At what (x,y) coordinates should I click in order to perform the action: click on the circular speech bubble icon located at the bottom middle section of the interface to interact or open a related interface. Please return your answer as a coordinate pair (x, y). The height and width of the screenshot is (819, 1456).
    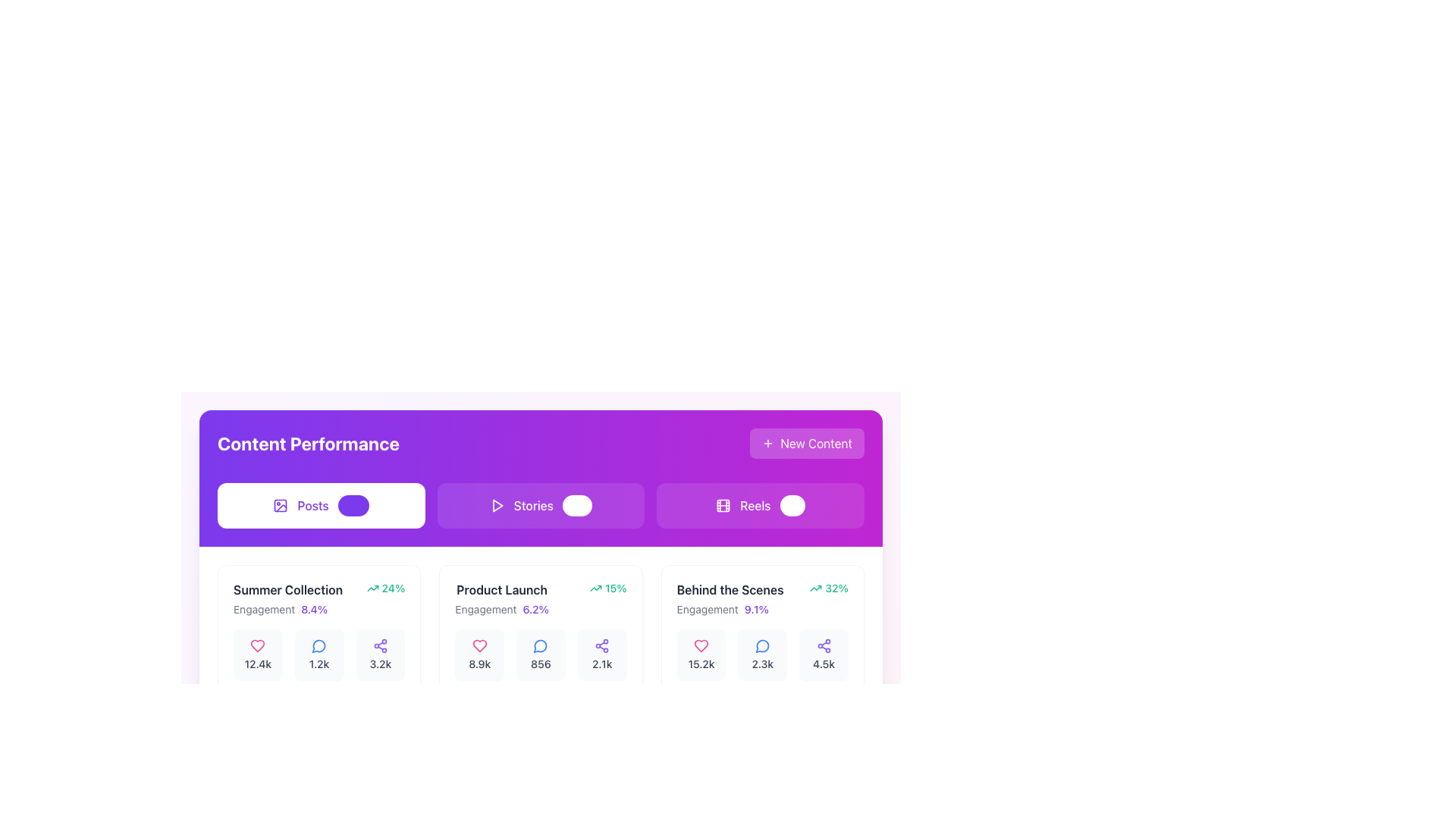
    Looking at the image, I should click on (318, 646).